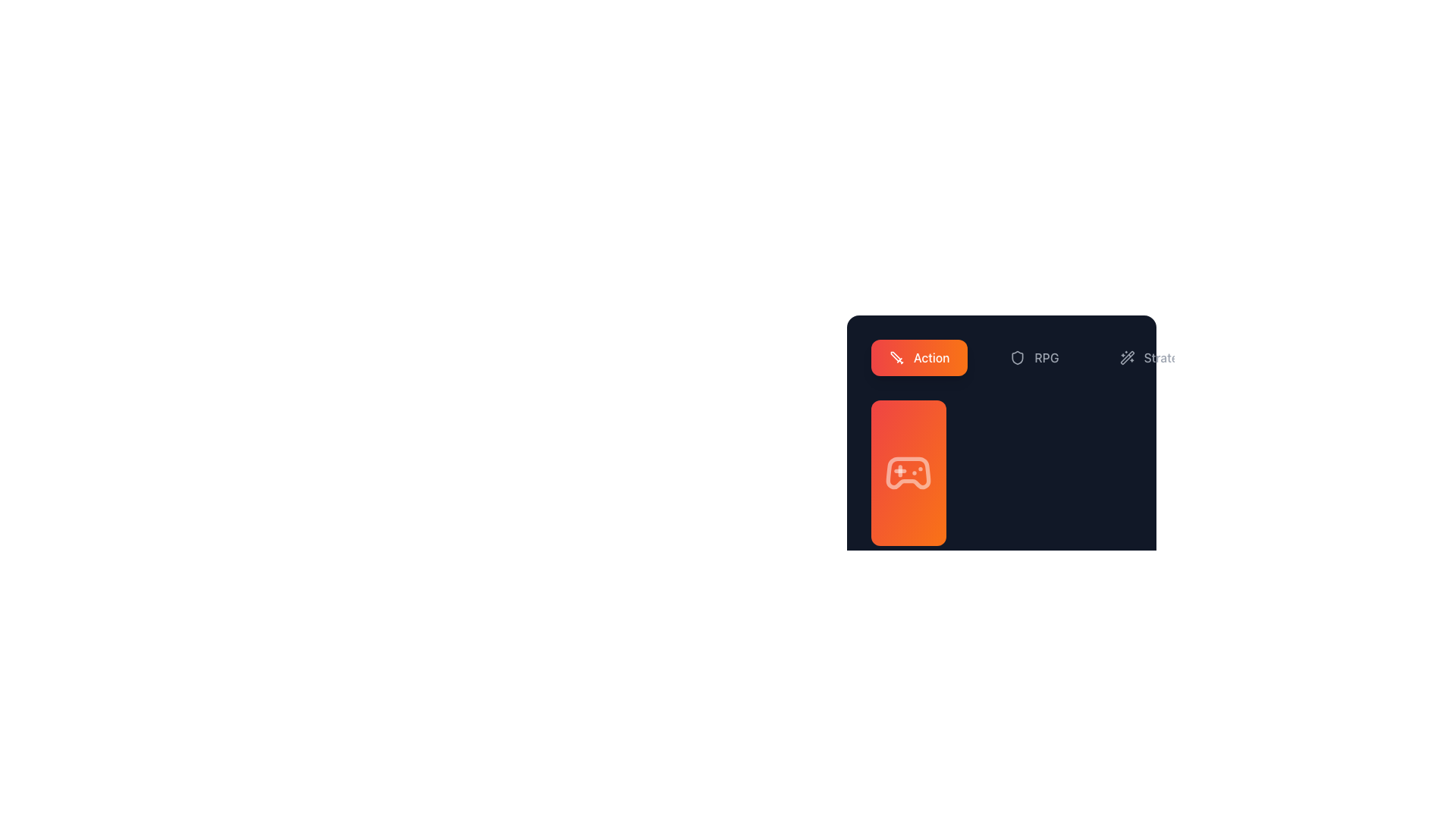 The image size is (1456, 819). I want to click on the SVG icon representing the 'Strategy' option, so click(1127, 357).